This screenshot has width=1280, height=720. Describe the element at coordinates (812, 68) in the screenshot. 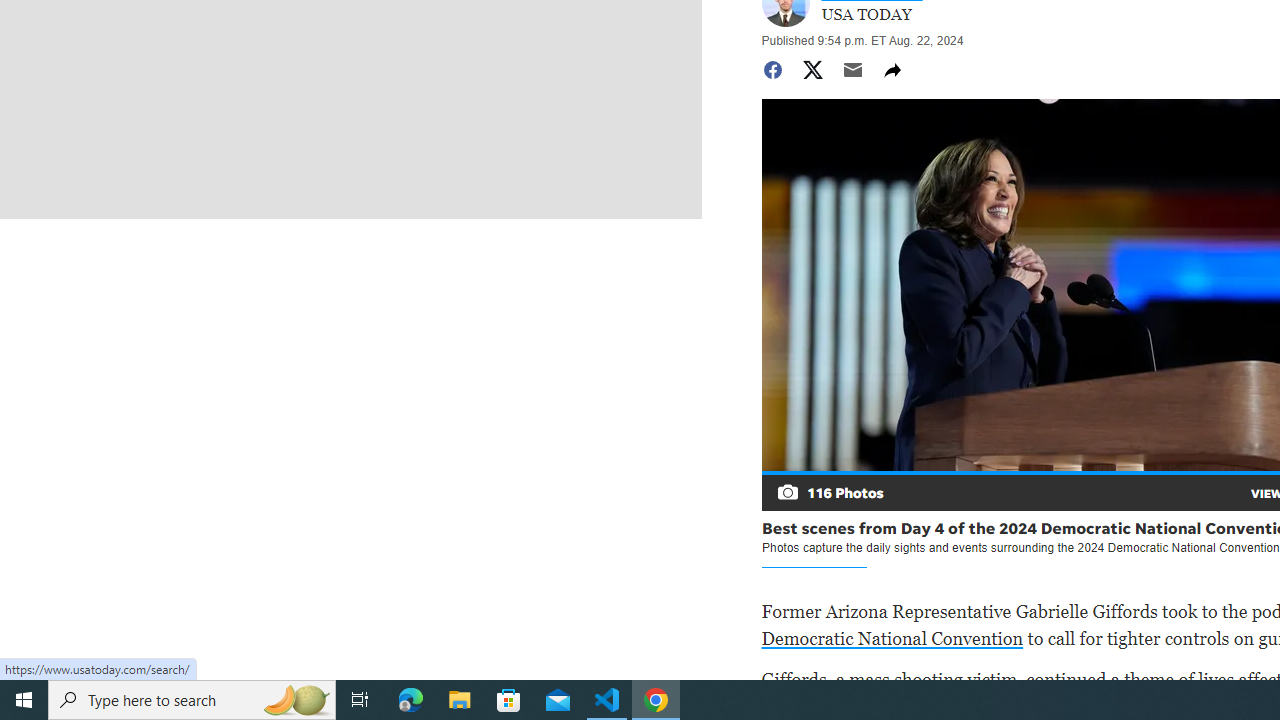

I see `'Share to Twitter'` at that location.